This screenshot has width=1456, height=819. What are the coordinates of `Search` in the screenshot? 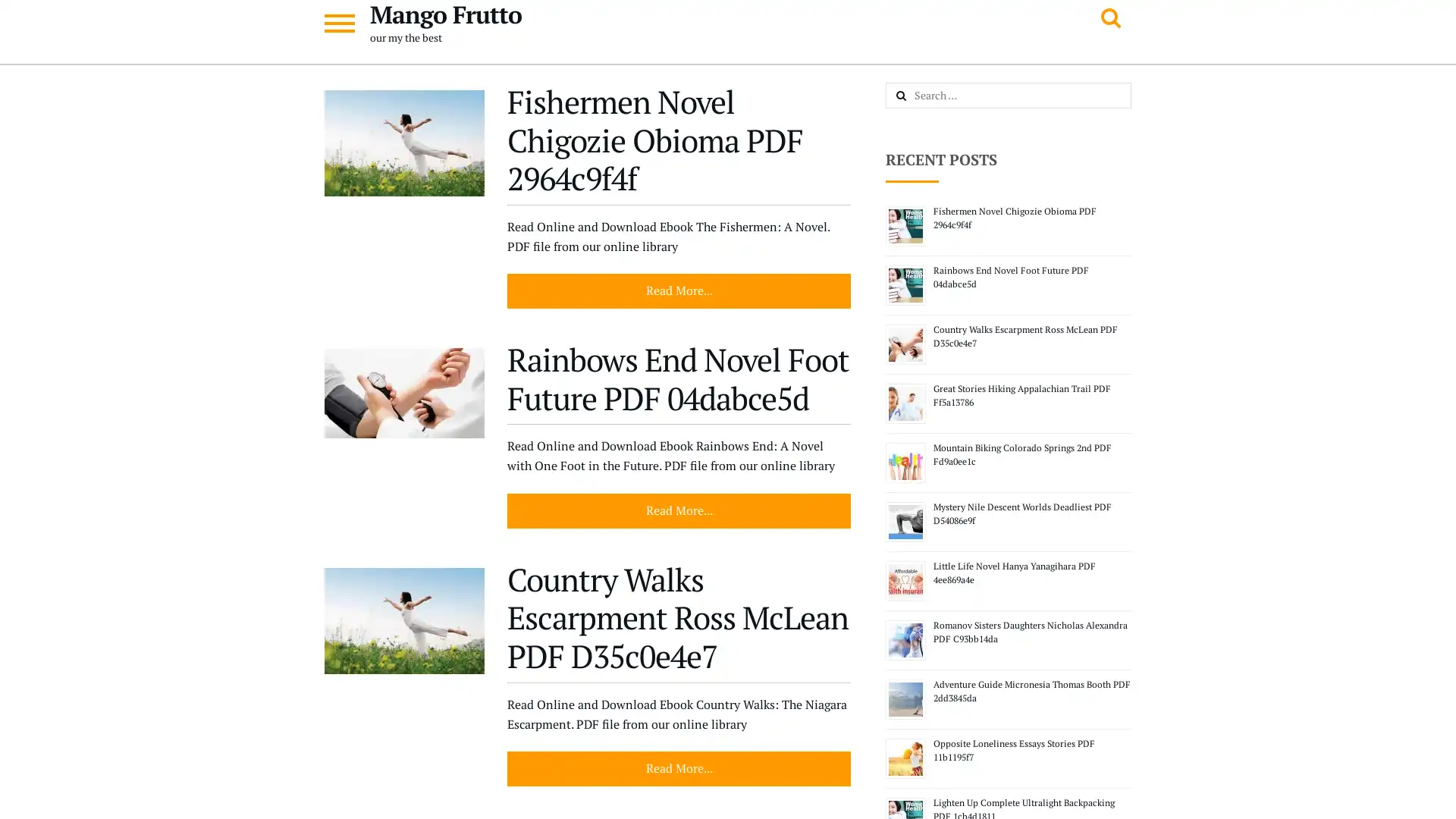 It's located at (917, 96).